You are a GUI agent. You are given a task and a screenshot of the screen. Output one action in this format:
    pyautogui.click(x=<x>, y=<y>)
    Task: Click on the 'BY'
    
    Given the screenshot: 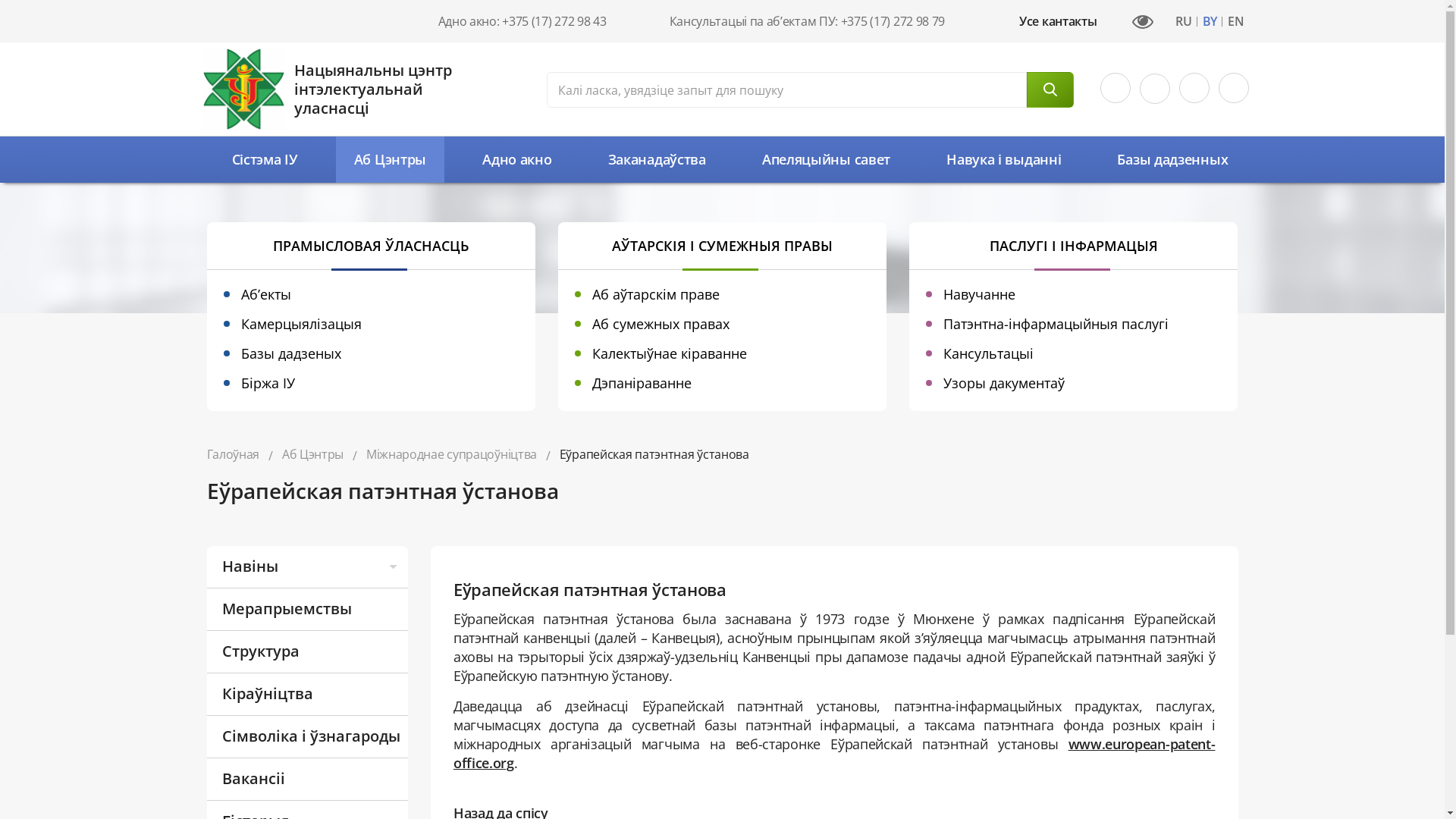 What is the action you would take?
    pyautogui.click(x=1209, y=22)
    